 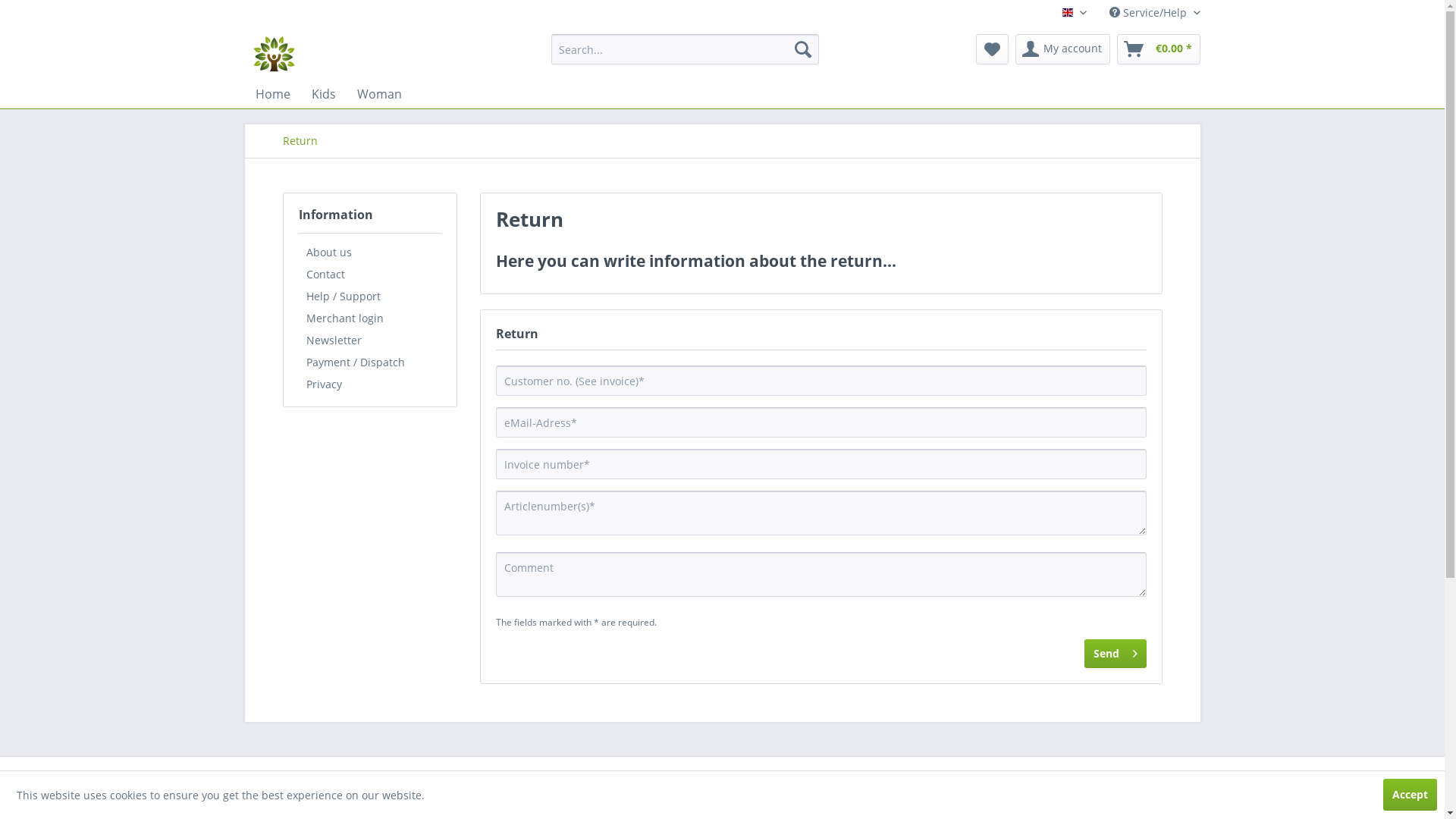 What do you see at coordinates (1061, 49) in the screenshot?
I see `'My account'` at bounding box center [1061, 49].